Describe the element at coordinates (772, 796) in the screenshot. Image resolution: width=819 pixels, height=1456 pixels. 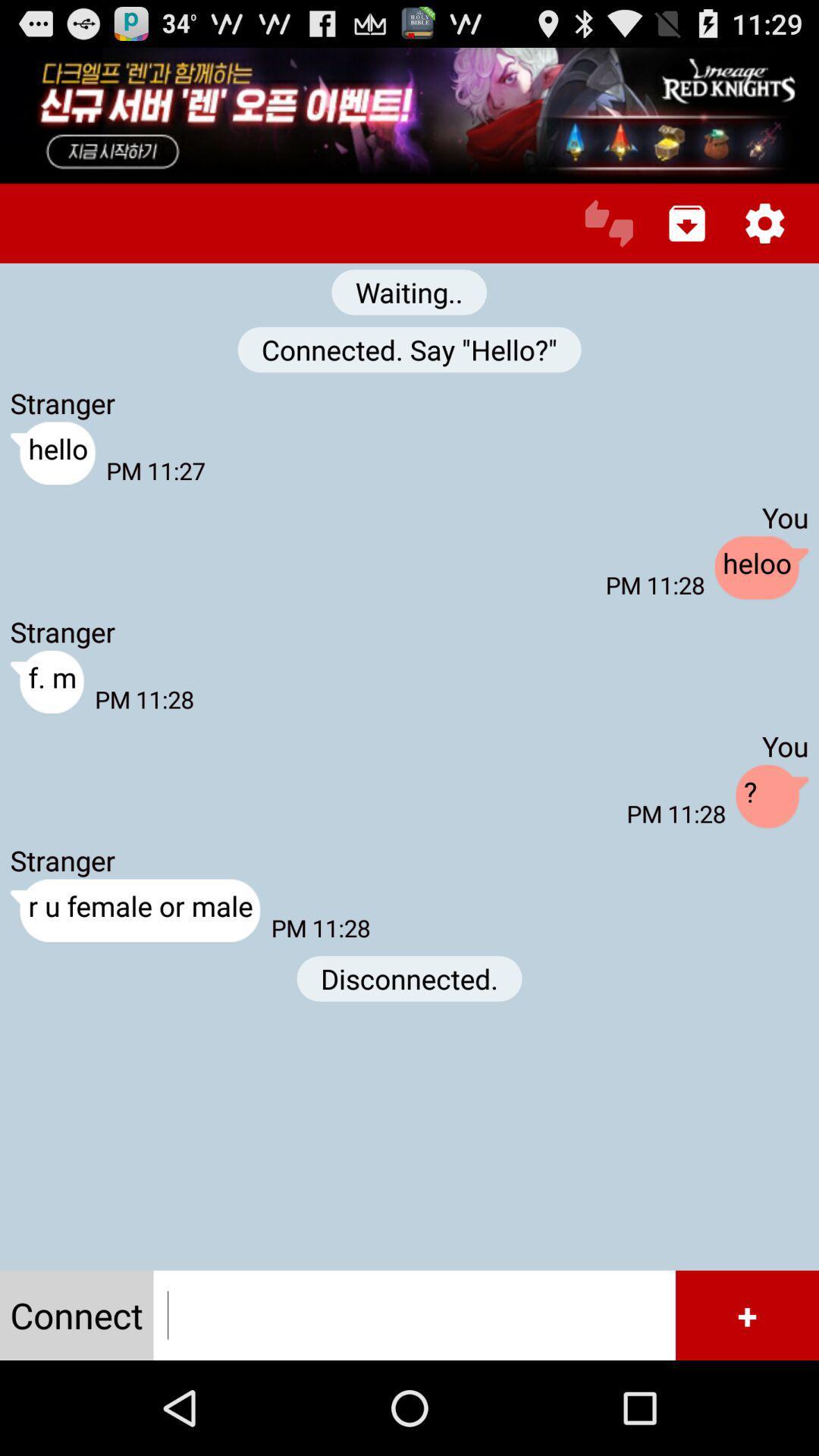
I see `the ? app` at that location.